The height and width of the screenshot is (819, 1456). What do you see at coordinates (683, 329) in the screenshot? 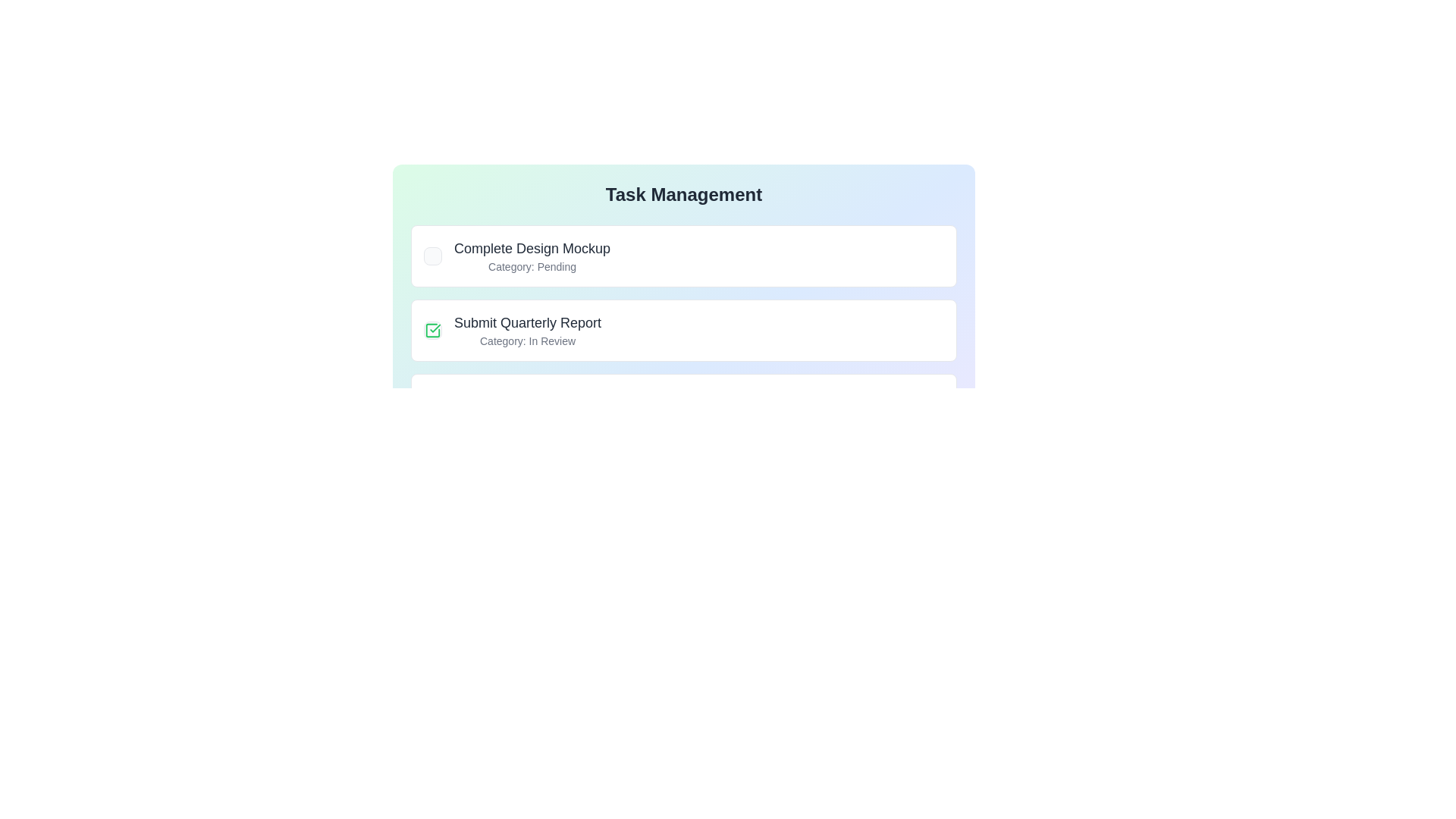
I see `the second card labeled 'Submit Quarterly Report'` at bounding box center [683, 329].